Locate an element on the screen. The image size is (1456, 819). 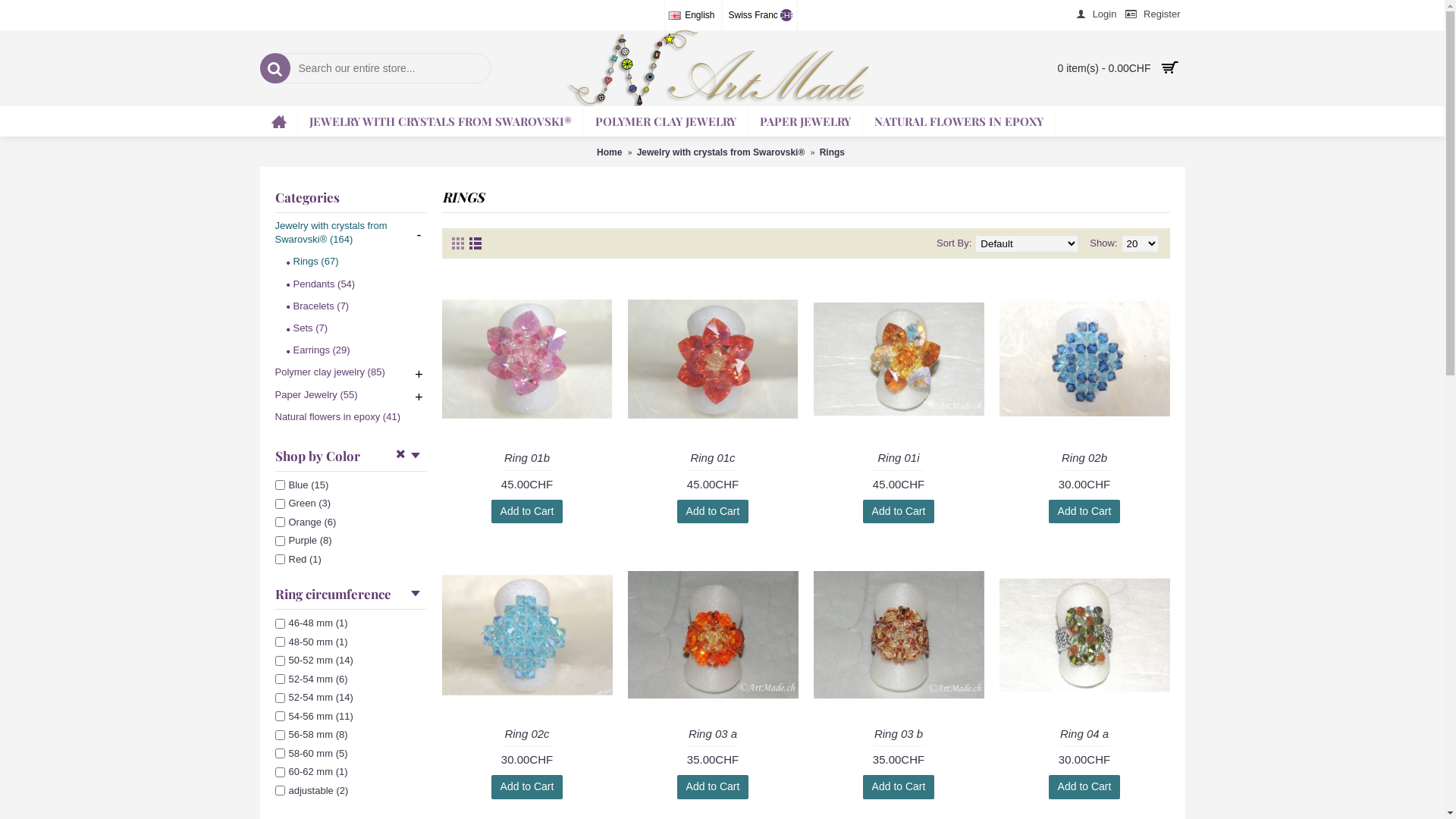
'PAPER JEWELRY' is located at coordinates (747, 120).